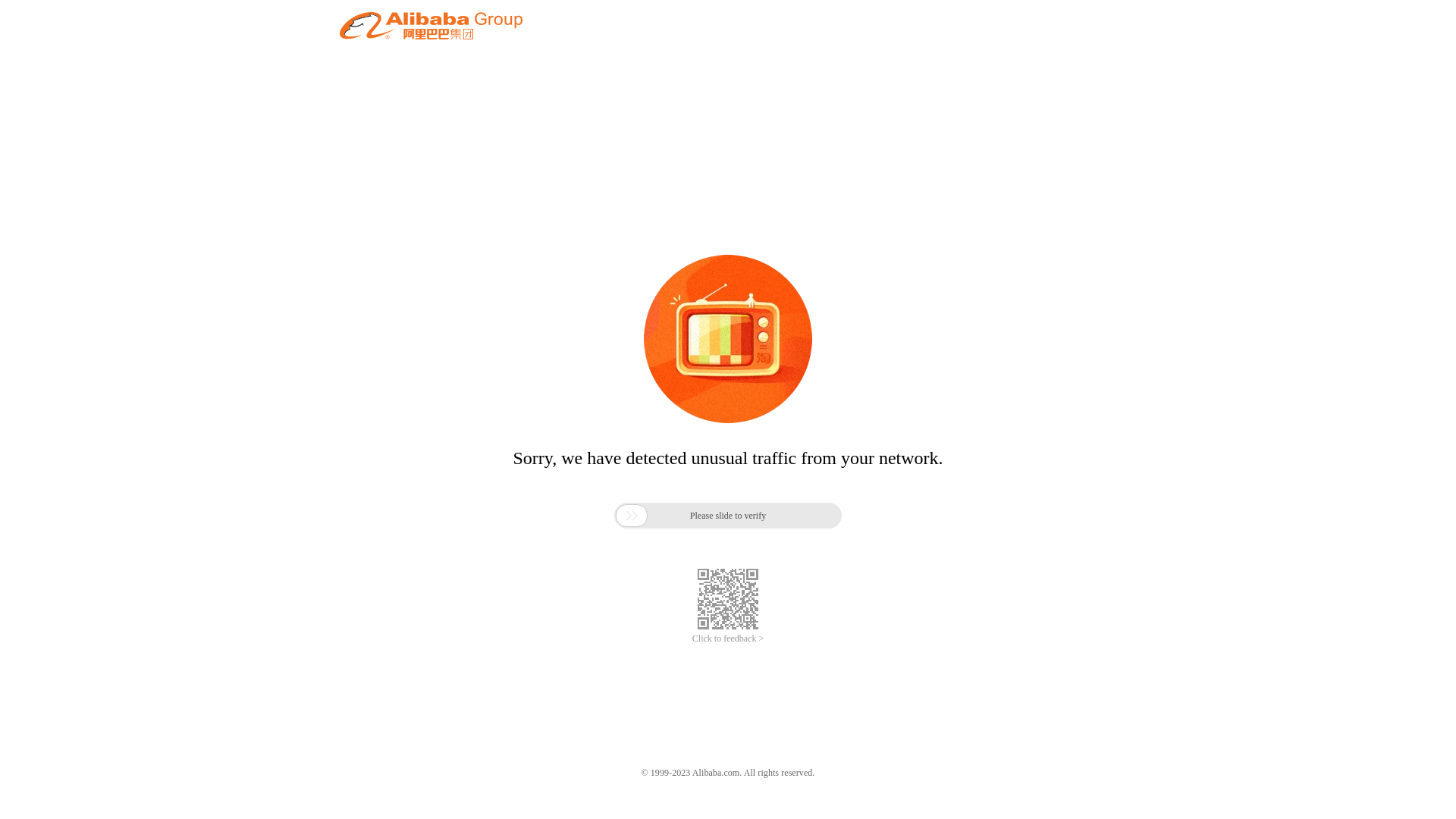 Image resolution: width=1456 pixels, height=819 pixels. Describe the element at coordinates (728, 639) in the screenshot. I see `'Click to feedback >'` at that location.